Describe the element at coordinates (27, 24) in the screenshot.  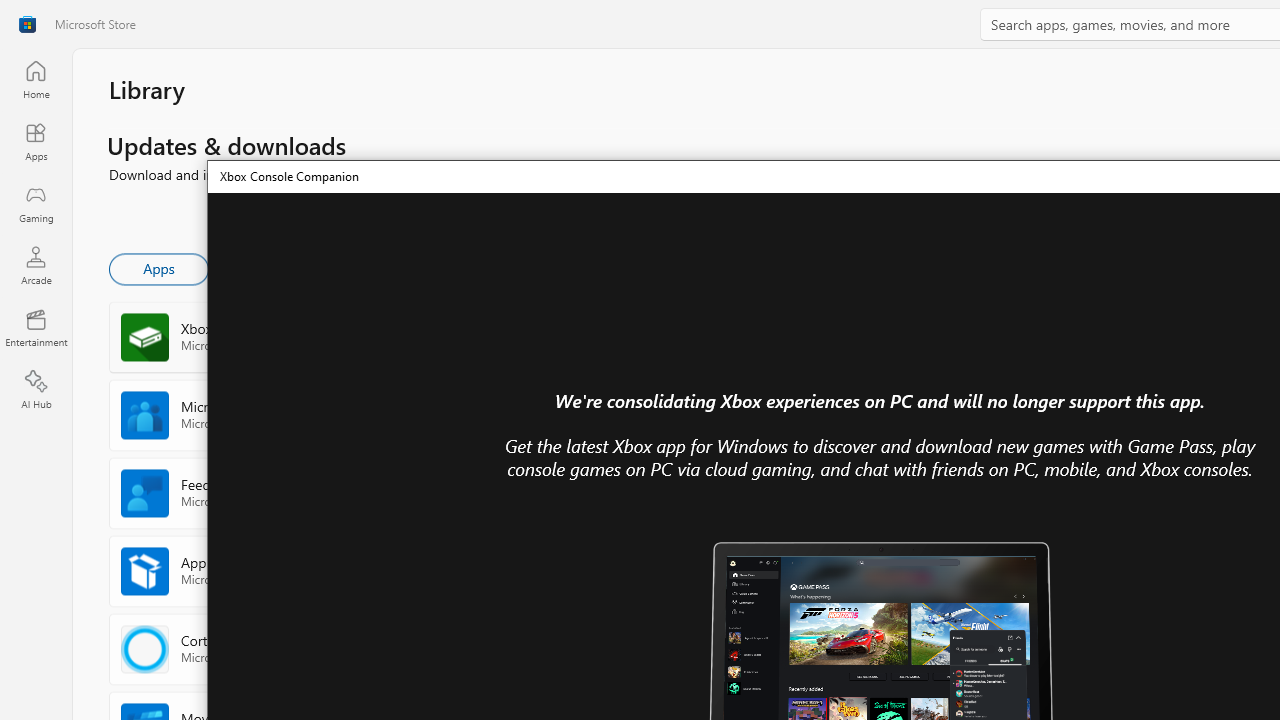
I see `'Class: Image'` at that location.